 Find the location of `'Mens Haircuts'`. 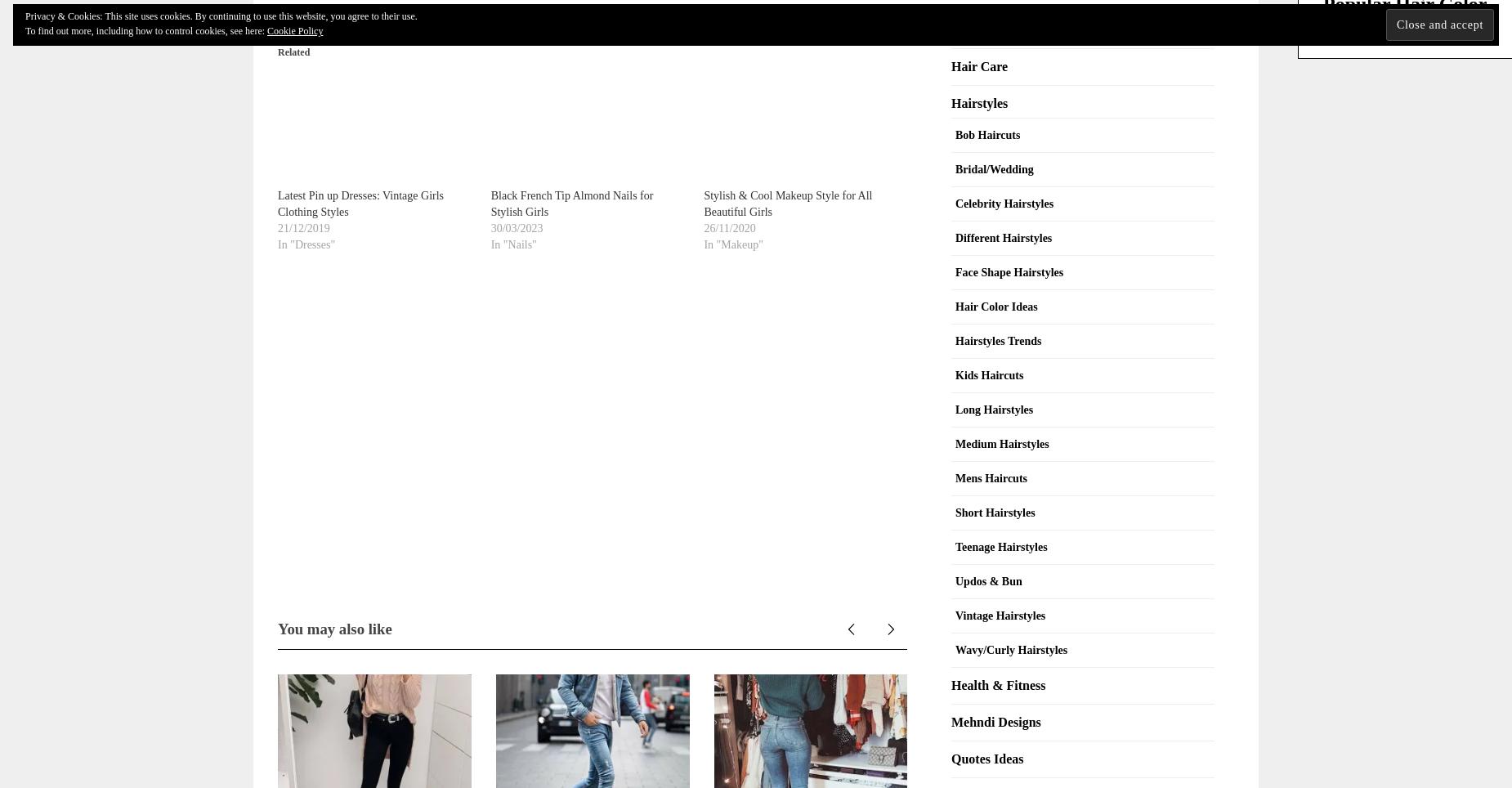

'Mens Haircuts' is located at coordinates (991, 477).